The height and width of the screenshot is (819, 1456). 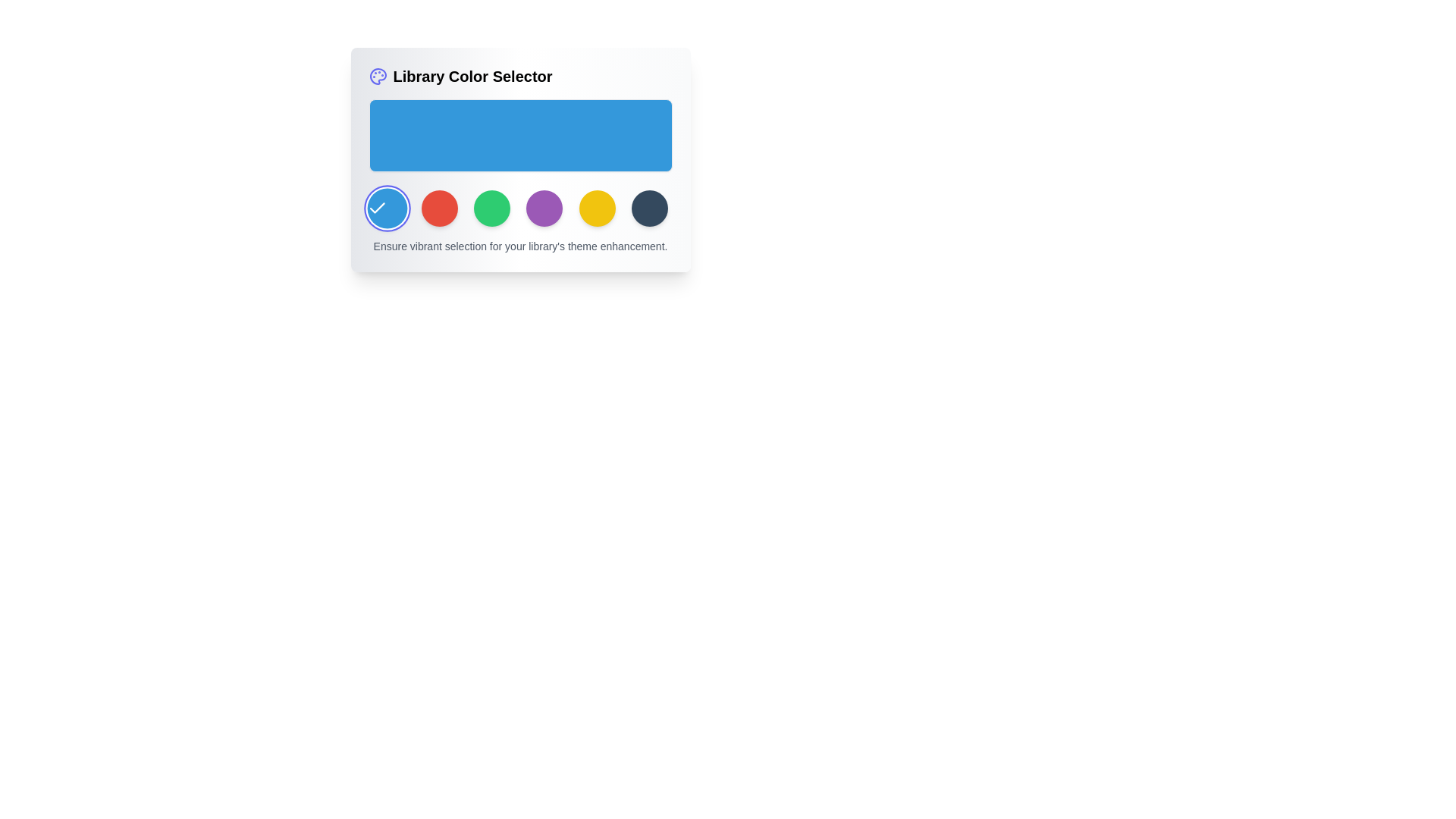 I want to click on the color palette icon in the 'Library Color Selector' section, which is the first component on the left beside the text label, so click(x=378, y=76).